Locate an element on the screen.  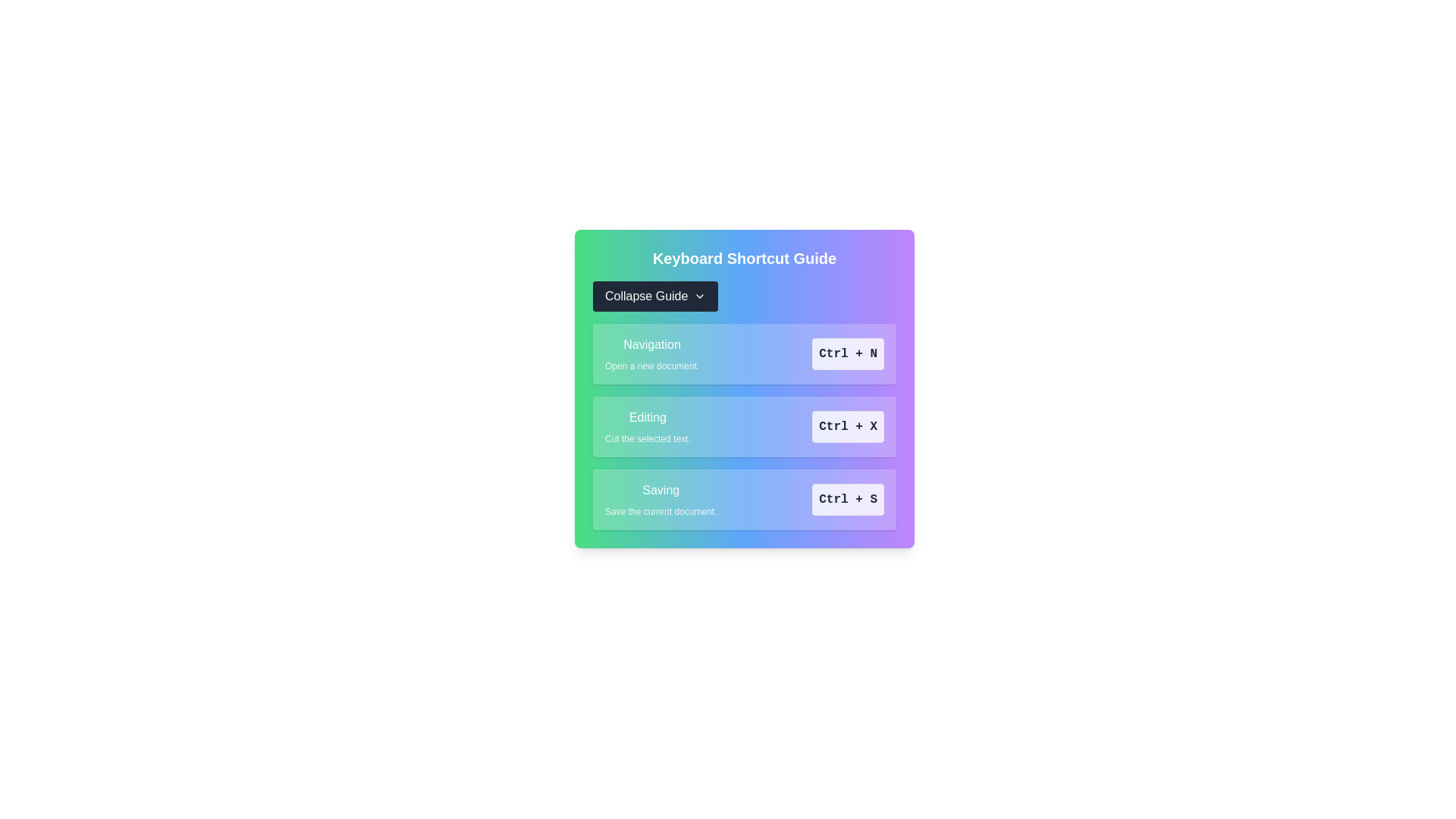
the Text Label displaying 'Editing' in bold white font and 'Cut the selected text.' in smaller gray font, which is centrally positioned in a vertical list is located at coordinates (648, 427).